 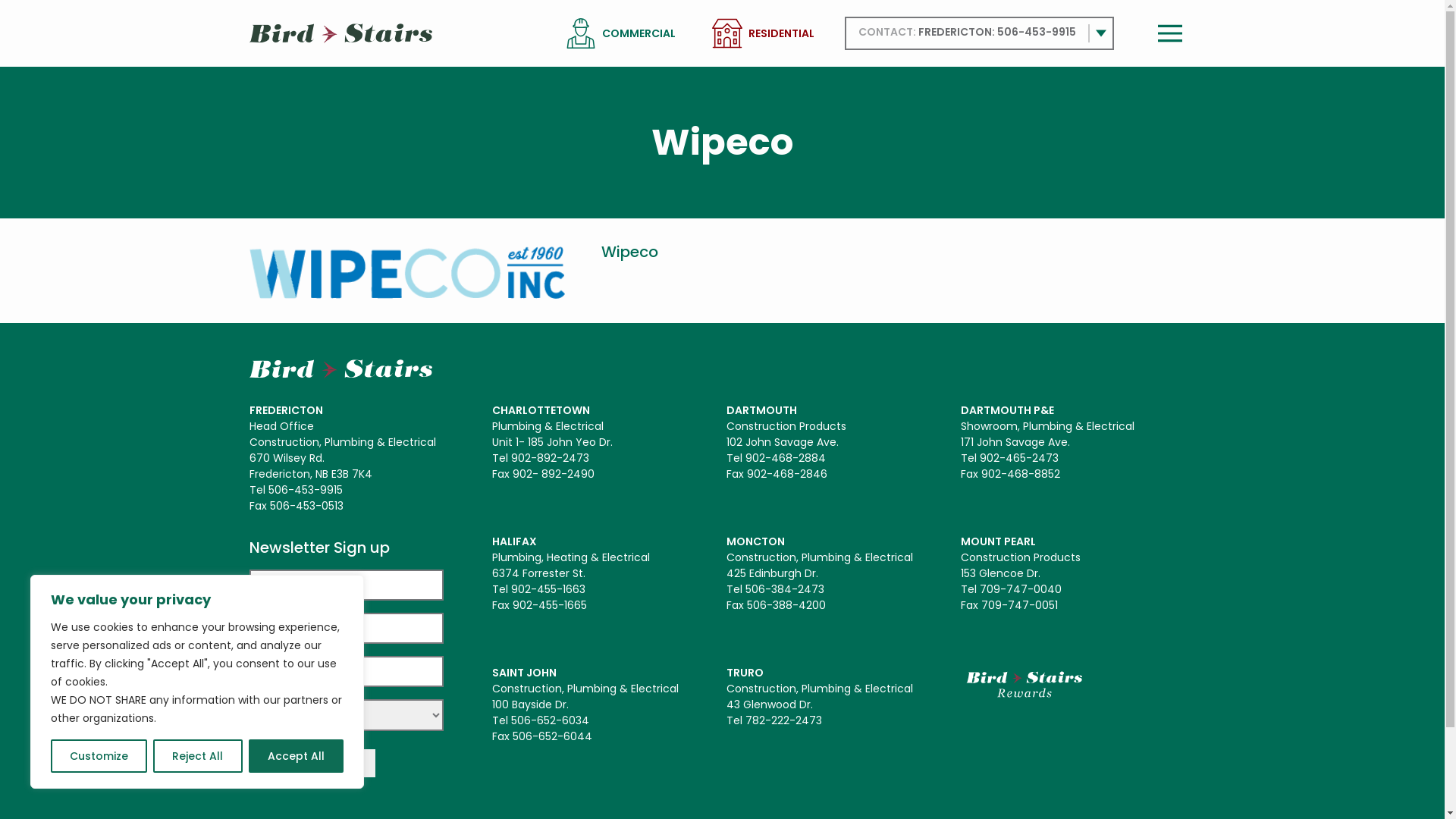 I want to click on '506-652-6034', so click(x=510, y=719).